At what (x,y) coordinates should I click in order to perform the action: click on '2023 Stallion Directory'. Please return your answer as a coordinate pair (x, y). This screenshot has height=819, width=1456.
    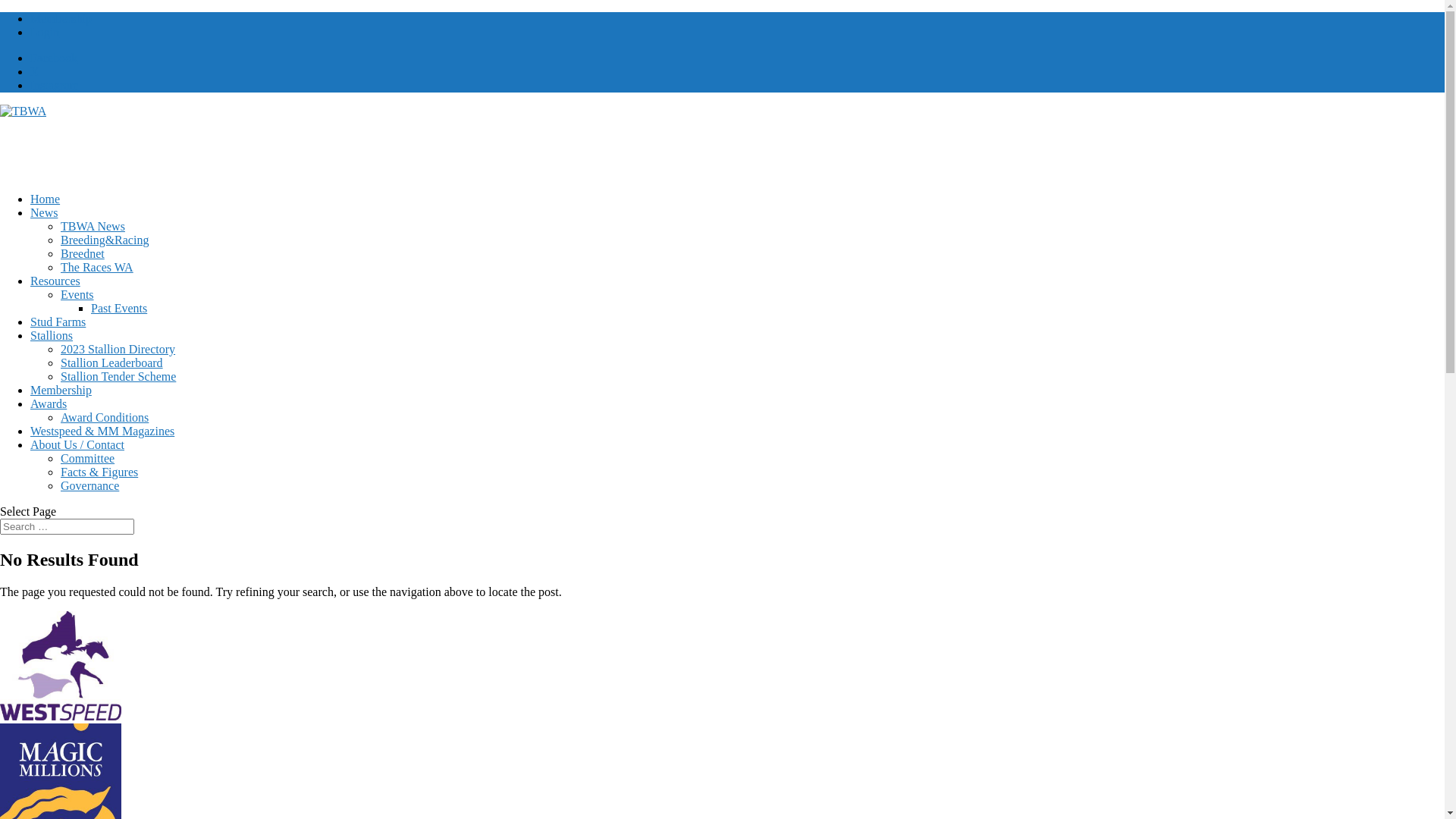
    Looking at the image, I should click on (117, 349).